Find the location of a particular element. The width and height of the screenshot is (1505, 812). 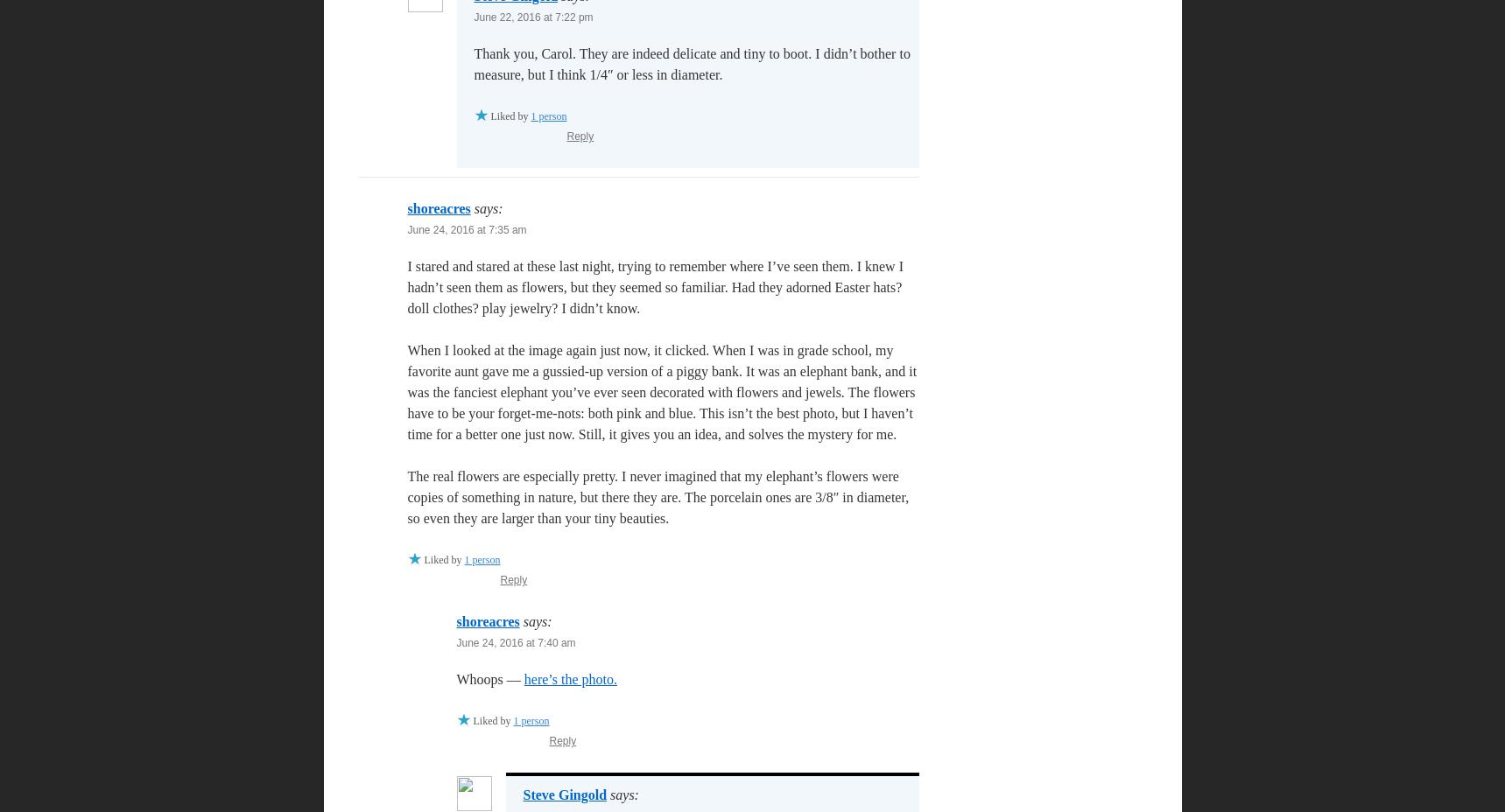

'Thank you, Carol.  They are indeed delicate and tiny to boot.  I didn’t bother to measure, but I think 1/4″ or less in diameter.' is located at coordinates (472, 63).